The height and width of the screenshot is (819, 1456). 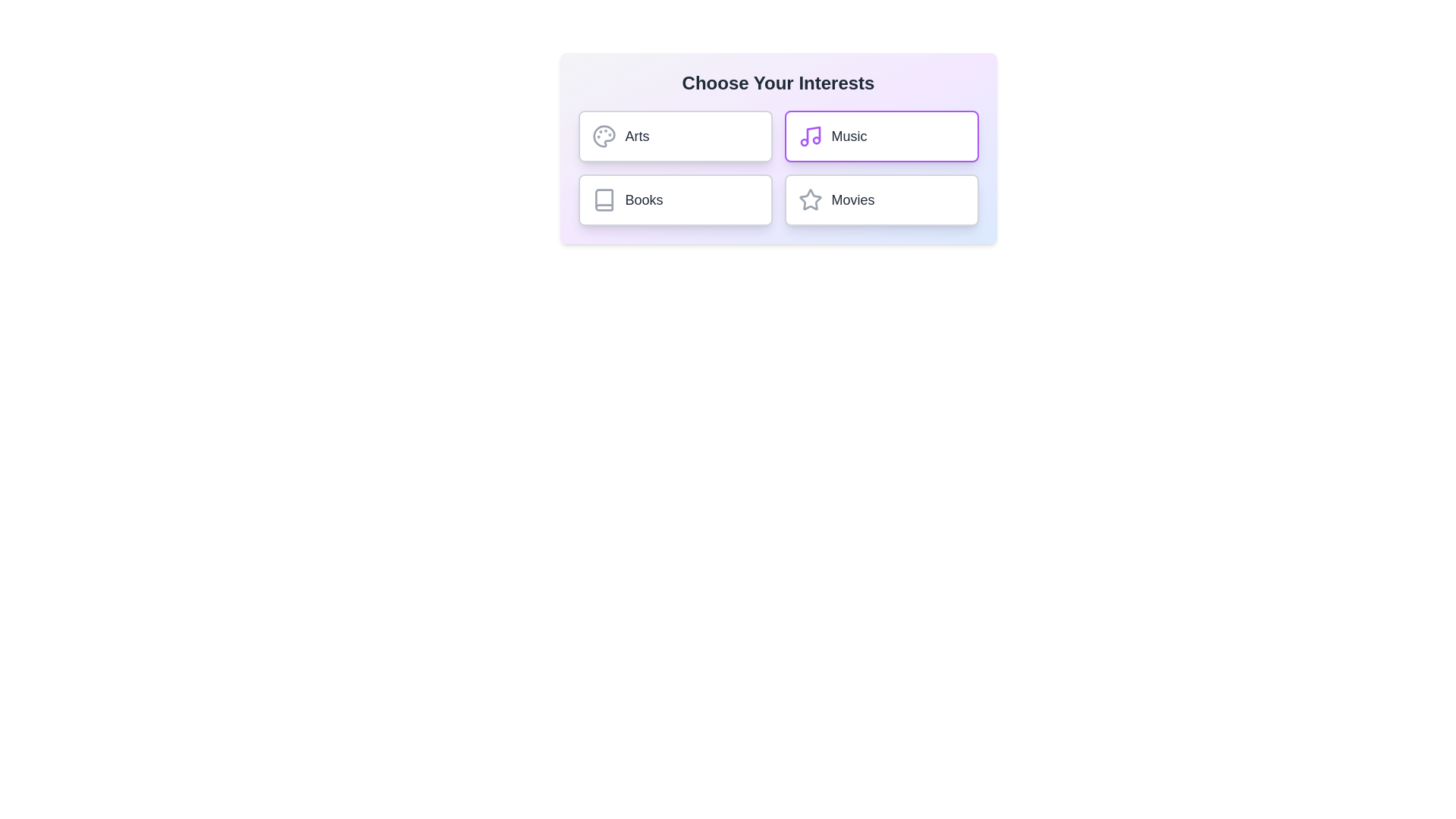 I want to click on the chip labeled Arts, so click(x=674, y=136).